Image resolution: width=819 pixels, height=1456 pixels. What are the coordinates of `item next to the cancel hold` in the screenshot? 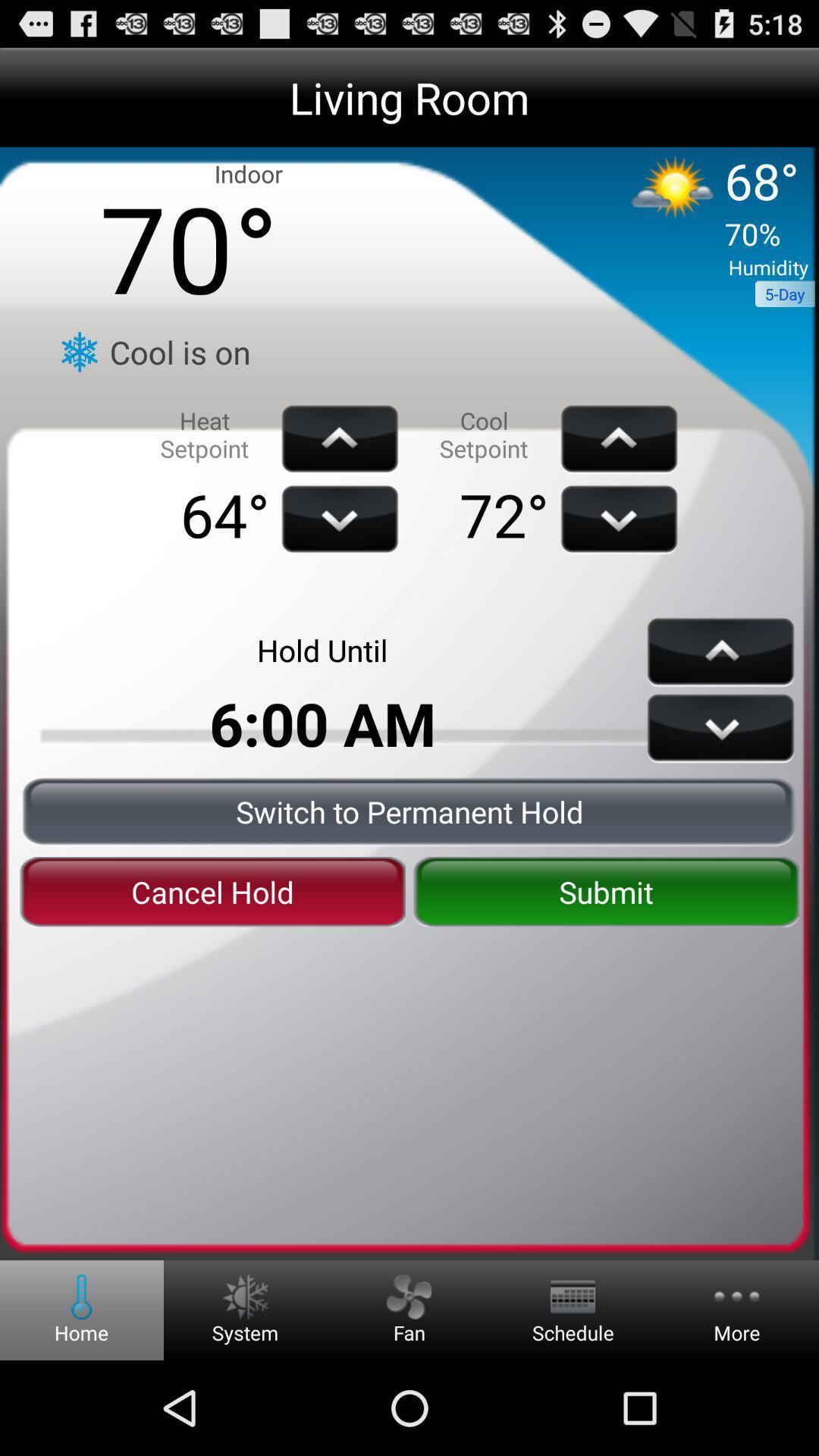 It's located at (605, 892).